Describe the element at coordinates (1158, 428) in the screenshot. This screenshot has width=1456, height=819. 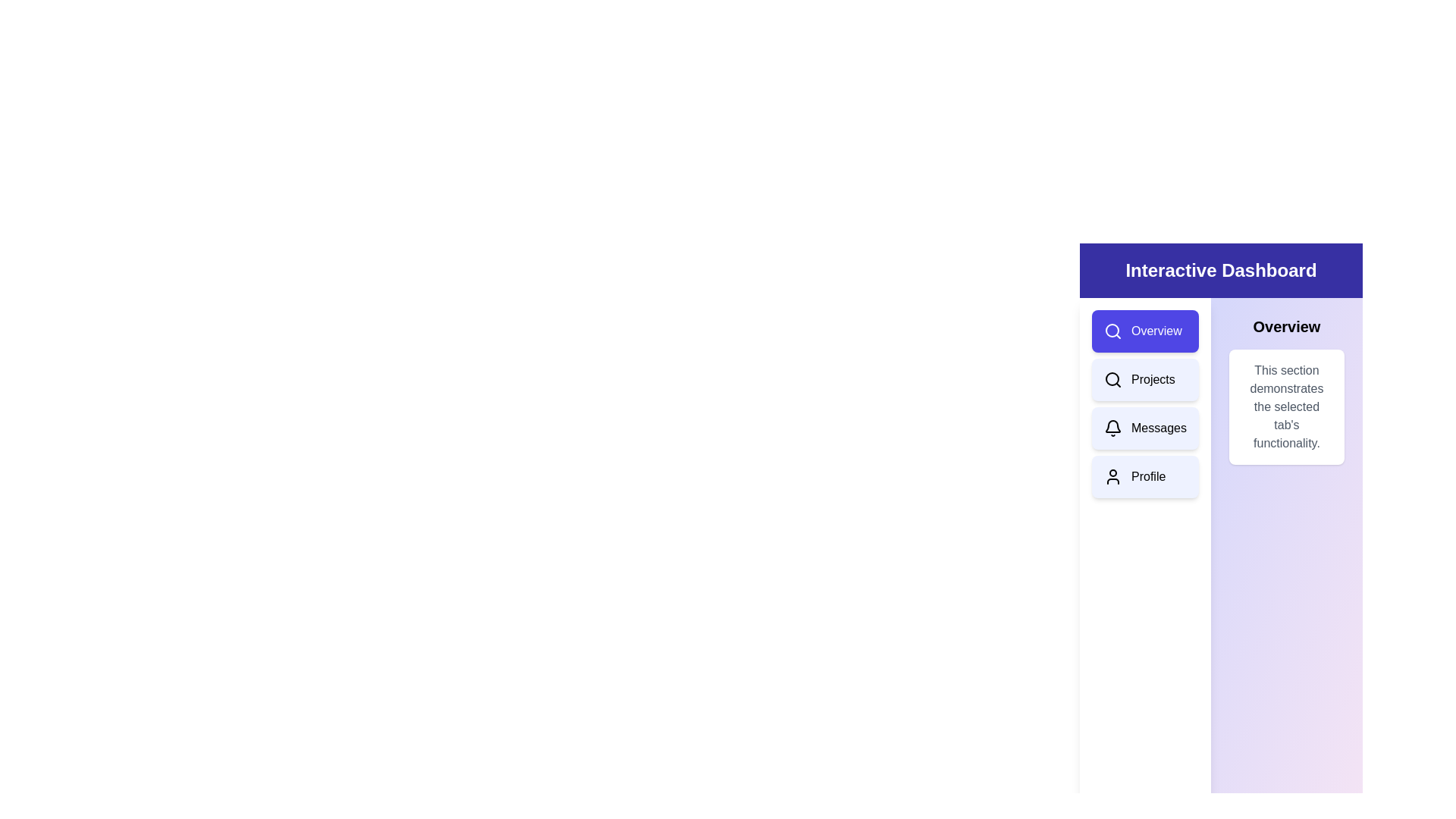
I see `the 'Messages' navigation option in the vertical navigation bar, which is located below the 'Projects' button and above the 'Profile' button` at that location.